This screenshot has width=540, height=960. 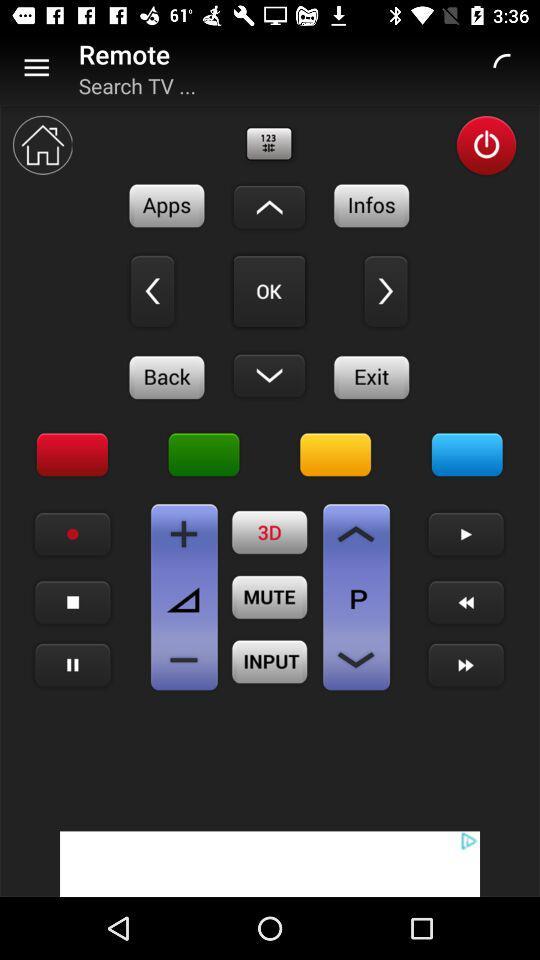 What do you see at coordinates (386, 290) in the screenshot?
I see `right directional movement button` at bounding box center [386, 290].